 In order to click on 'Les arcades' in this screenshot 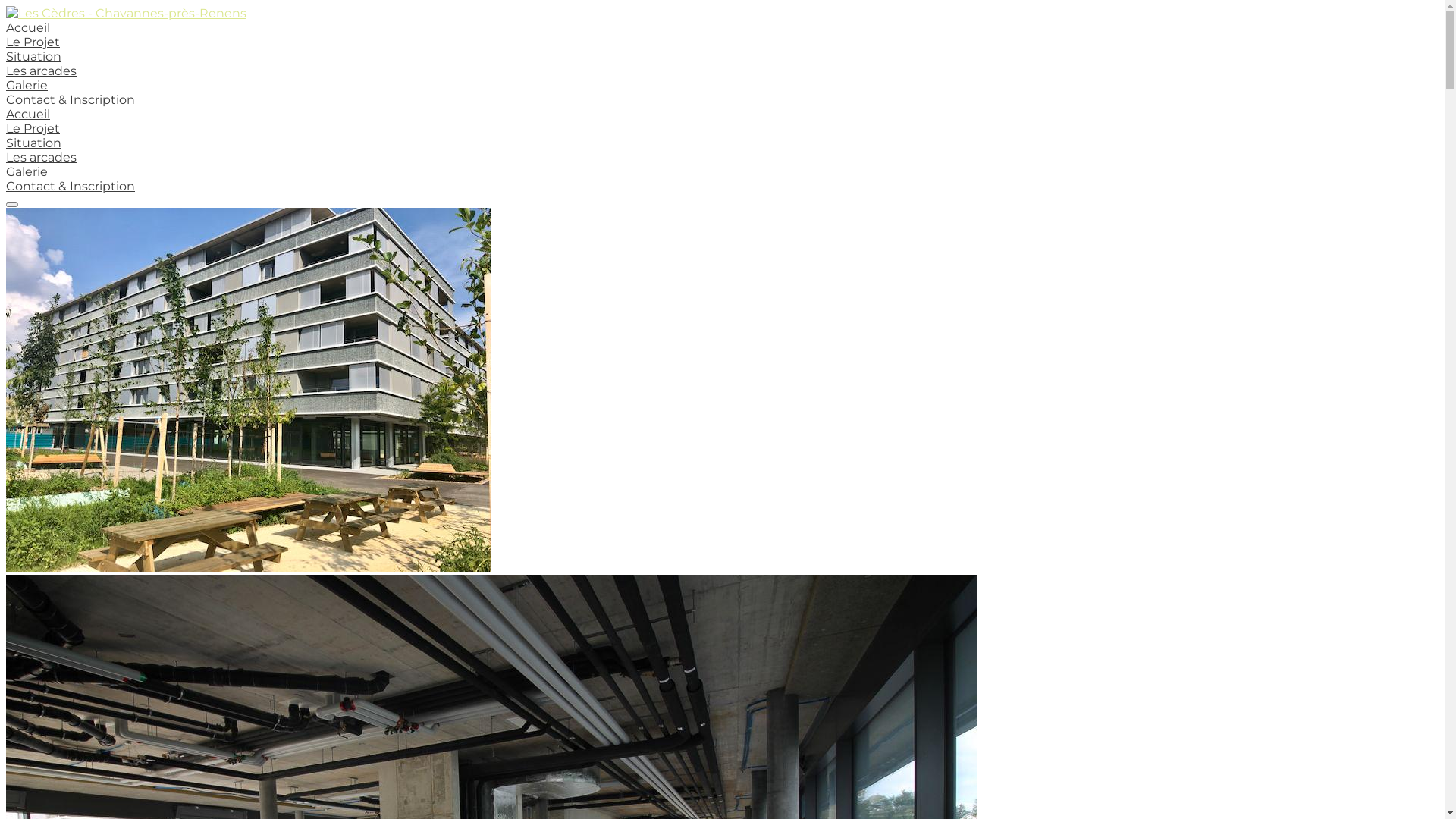, I will do `click(6, 71)`.